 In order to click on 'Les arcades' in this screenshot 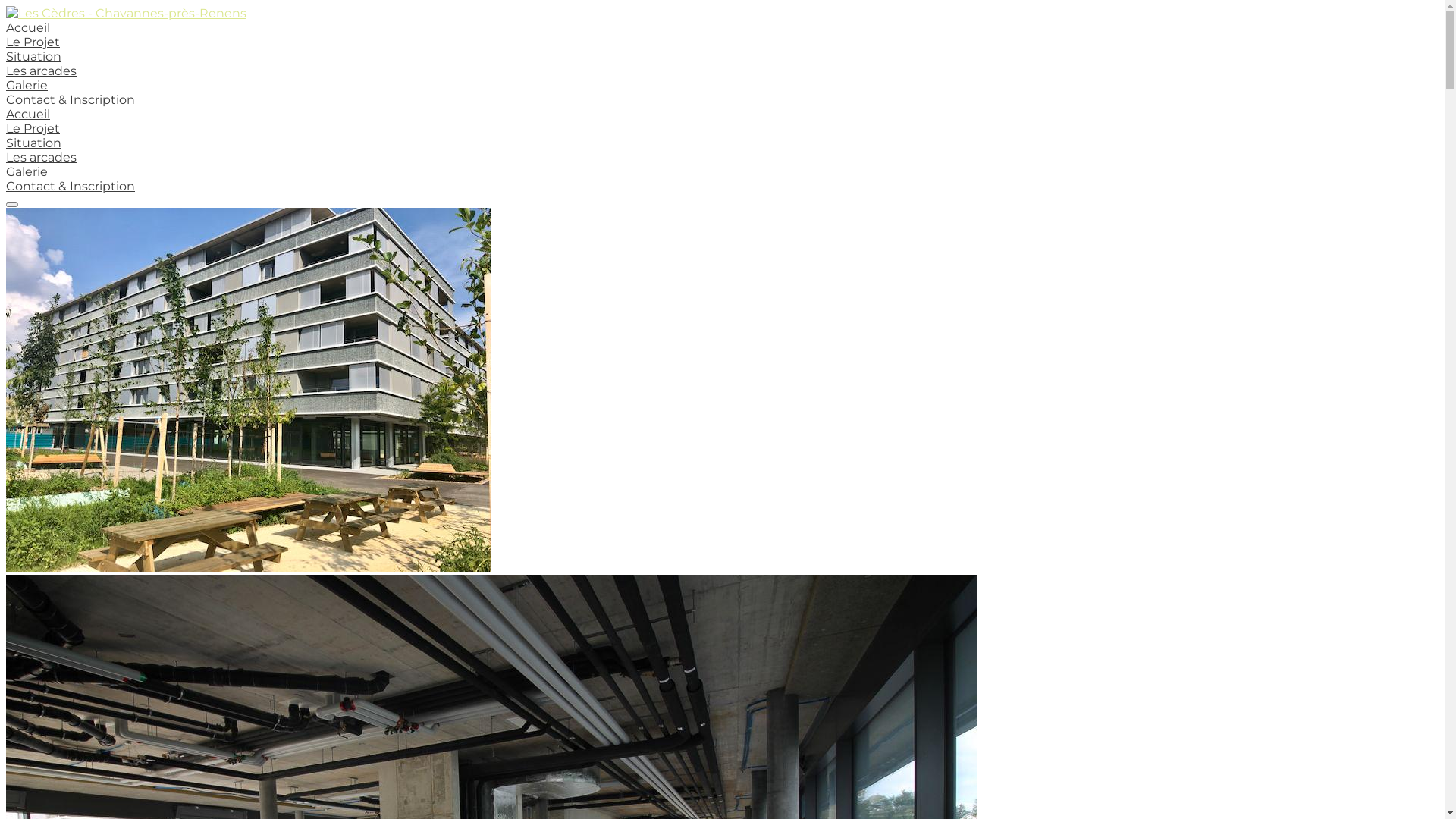, I will do `click(6, 71)`.